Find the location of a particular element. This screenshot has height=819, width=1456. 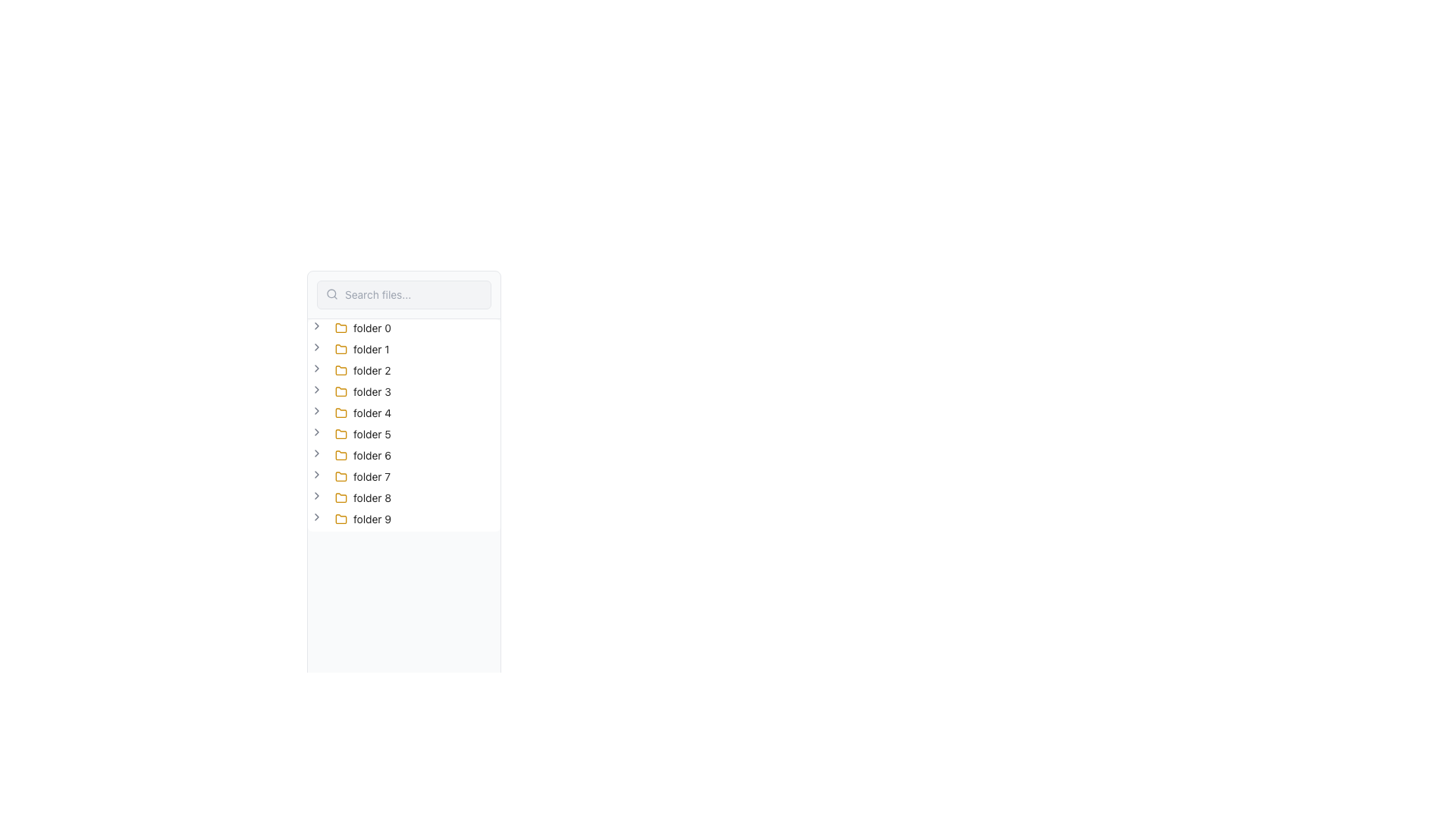

the chevron-shaped icon representing the right-facing arrow located to the left of the text label 'folder 1' in the second row of the collapsible tree structure to trigger a tooltip or highlight the folder is located at coordinates (315, 347).